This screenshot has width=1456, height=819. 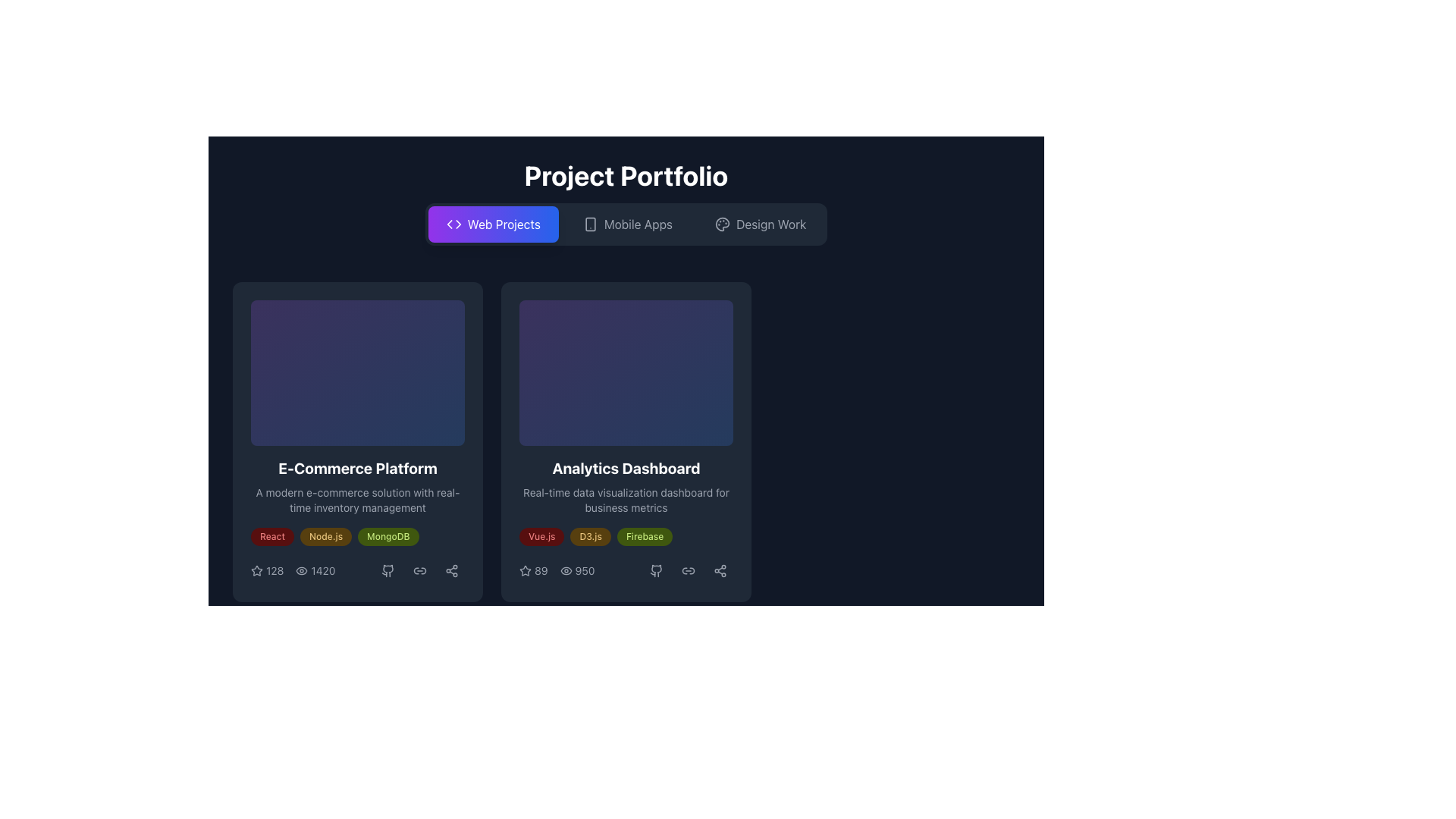 What do you see at coordinates (450, 570) in the screenshot?
I see `the sharing functionality icon, which is a gray icon with a central node and three surrounding nodes, located at the bottom-right corner of the 'E-Commerce Platform' card` at bounding box center [450, 570].